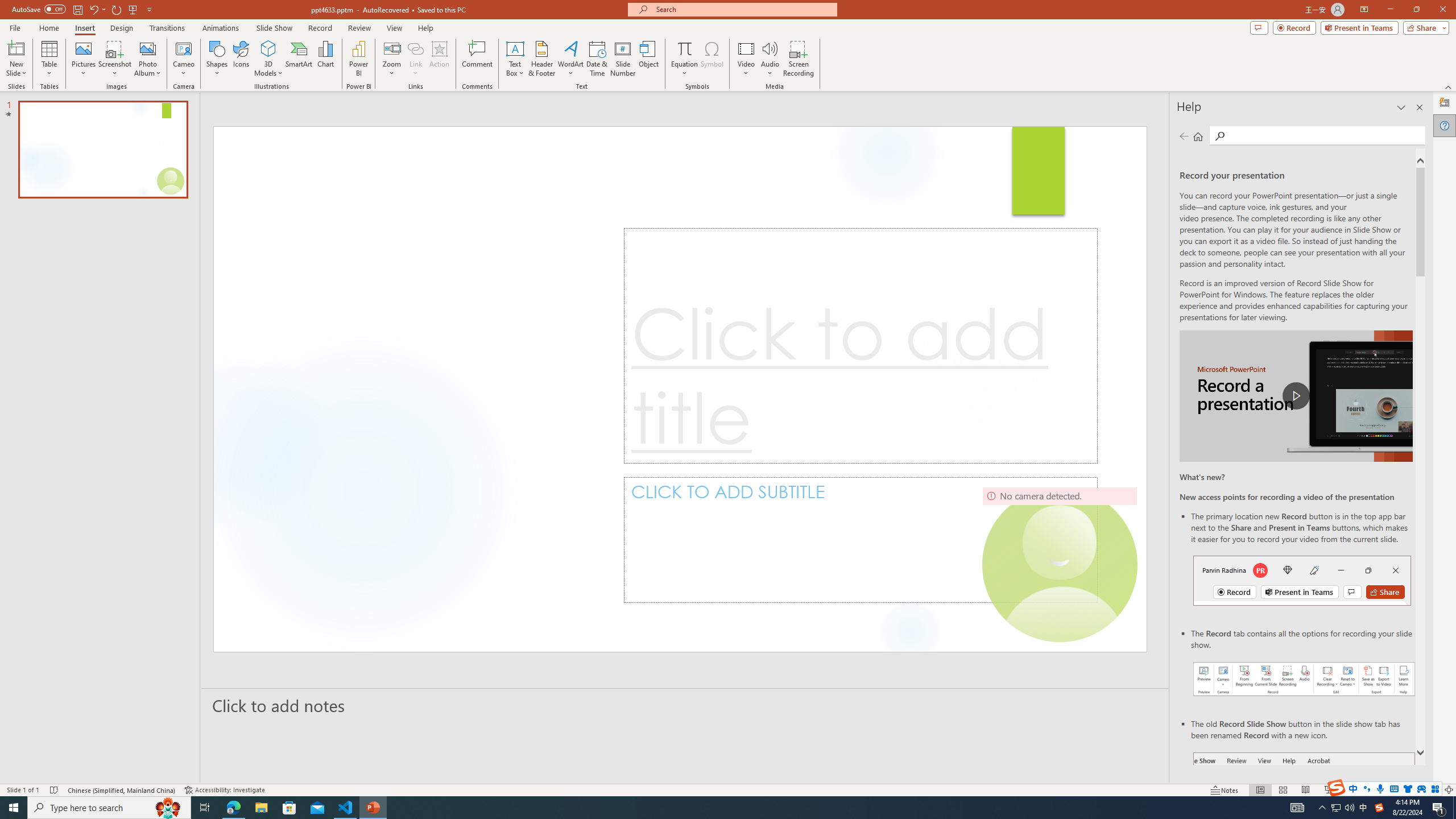 The image size is (1456, 819). Describe the element at coordinates (515, 48) in the screenshot. I see `'Draw Horizontal Text Box'` at that location.